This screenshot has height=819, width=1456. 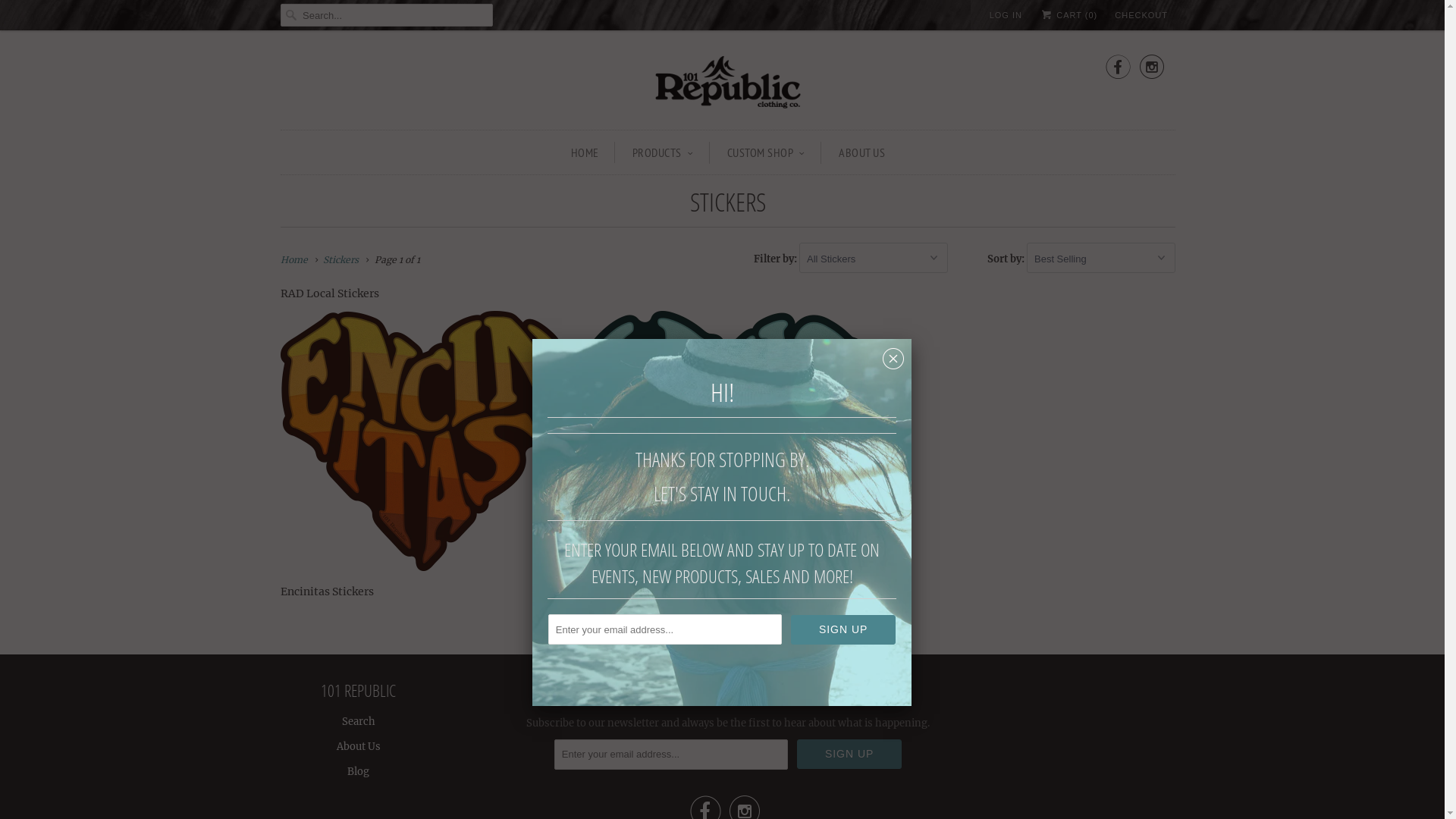 I want to click on 'PRODUCTS', so click(x=663, y=152).